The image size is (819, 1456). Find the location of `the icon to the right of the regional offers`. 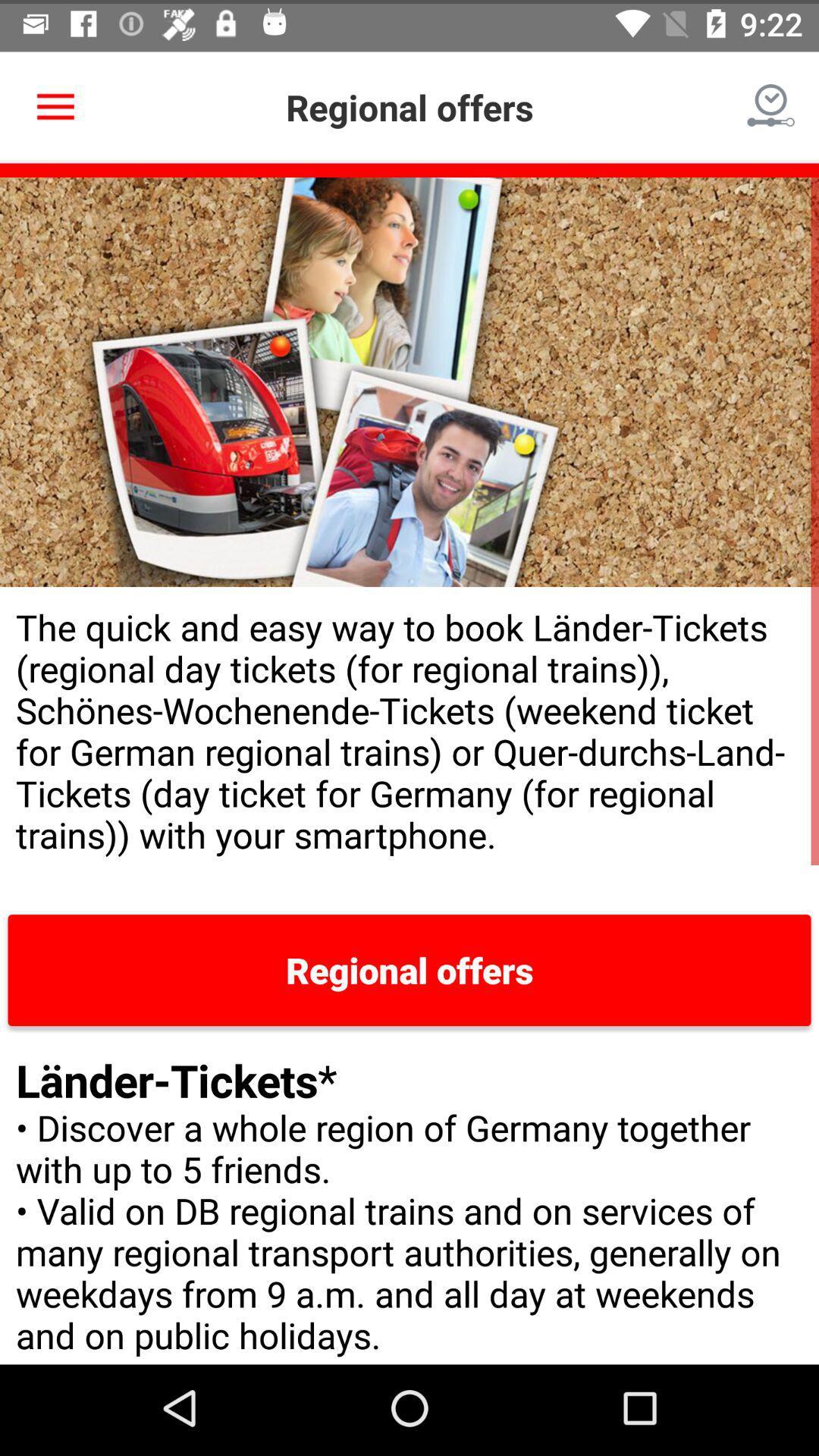

the icon to the right of the regional offers is located at coordinates (771, 102).